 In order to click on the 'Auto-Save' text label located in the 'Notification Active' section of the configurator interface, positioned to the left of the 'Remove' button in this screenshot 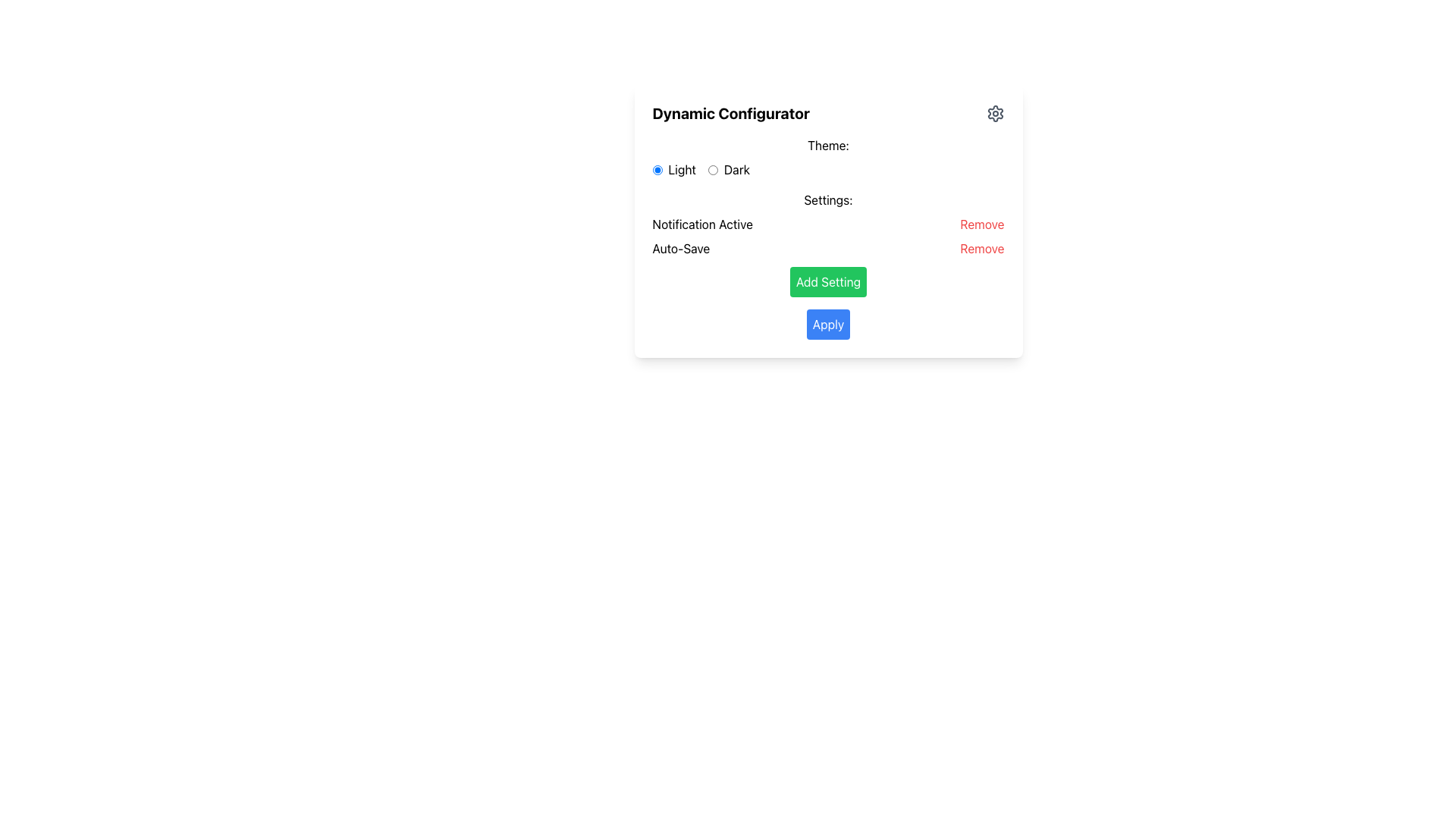, I will do `click(680, 247)`.